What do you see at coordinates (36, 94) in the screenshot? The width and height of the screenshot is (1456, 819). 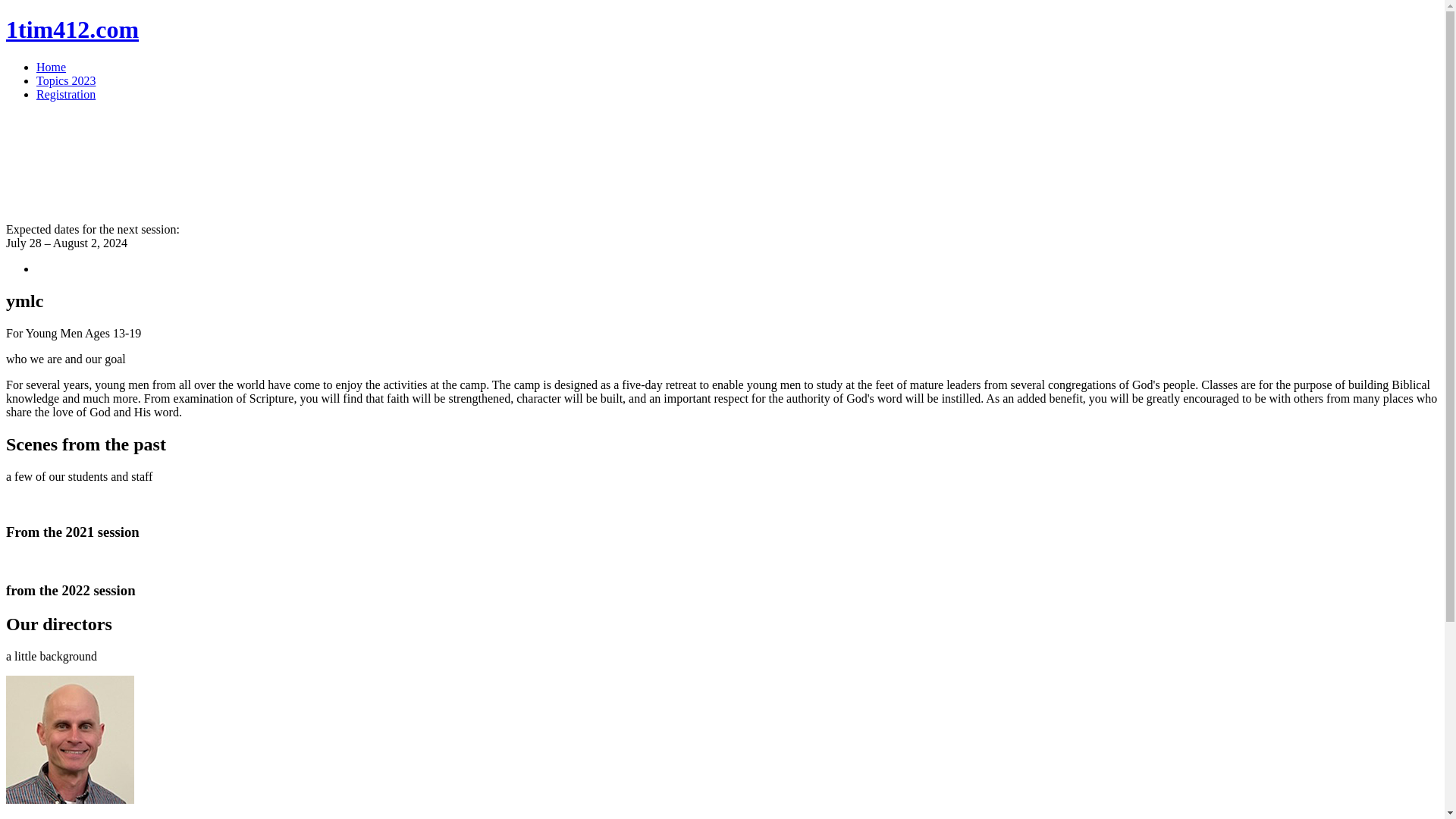 I see `'Registration'` at bounding box center [36, 94].